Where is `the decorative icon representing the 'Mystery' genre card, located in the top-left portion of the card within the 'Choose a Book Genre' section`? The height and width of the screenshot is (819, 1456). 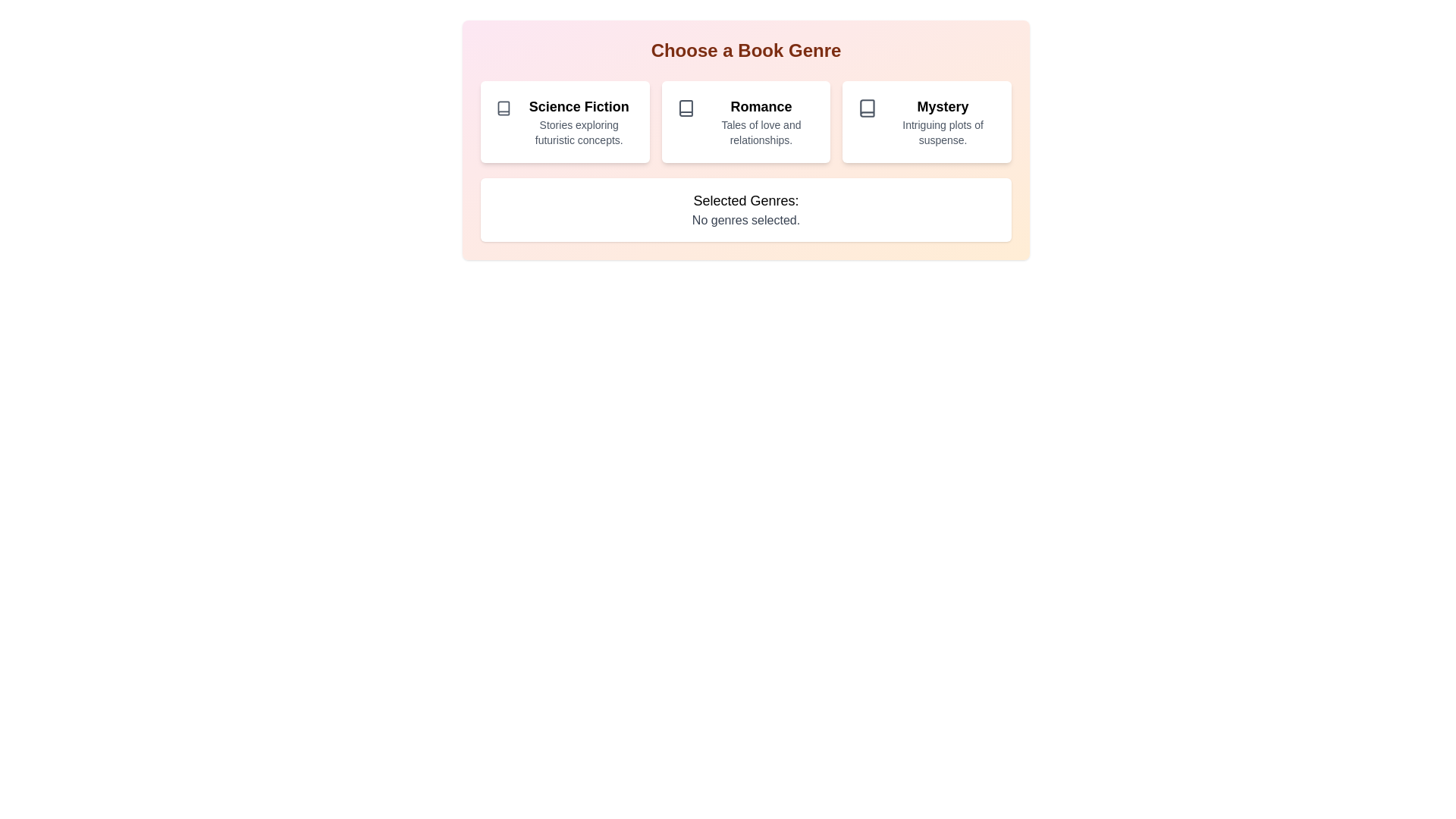 the decorative icon representing the 'Mystery' genre card, located in the top-left portion of the card within the 'Choose a Book Genre' section is located at coordinates (868, 107).